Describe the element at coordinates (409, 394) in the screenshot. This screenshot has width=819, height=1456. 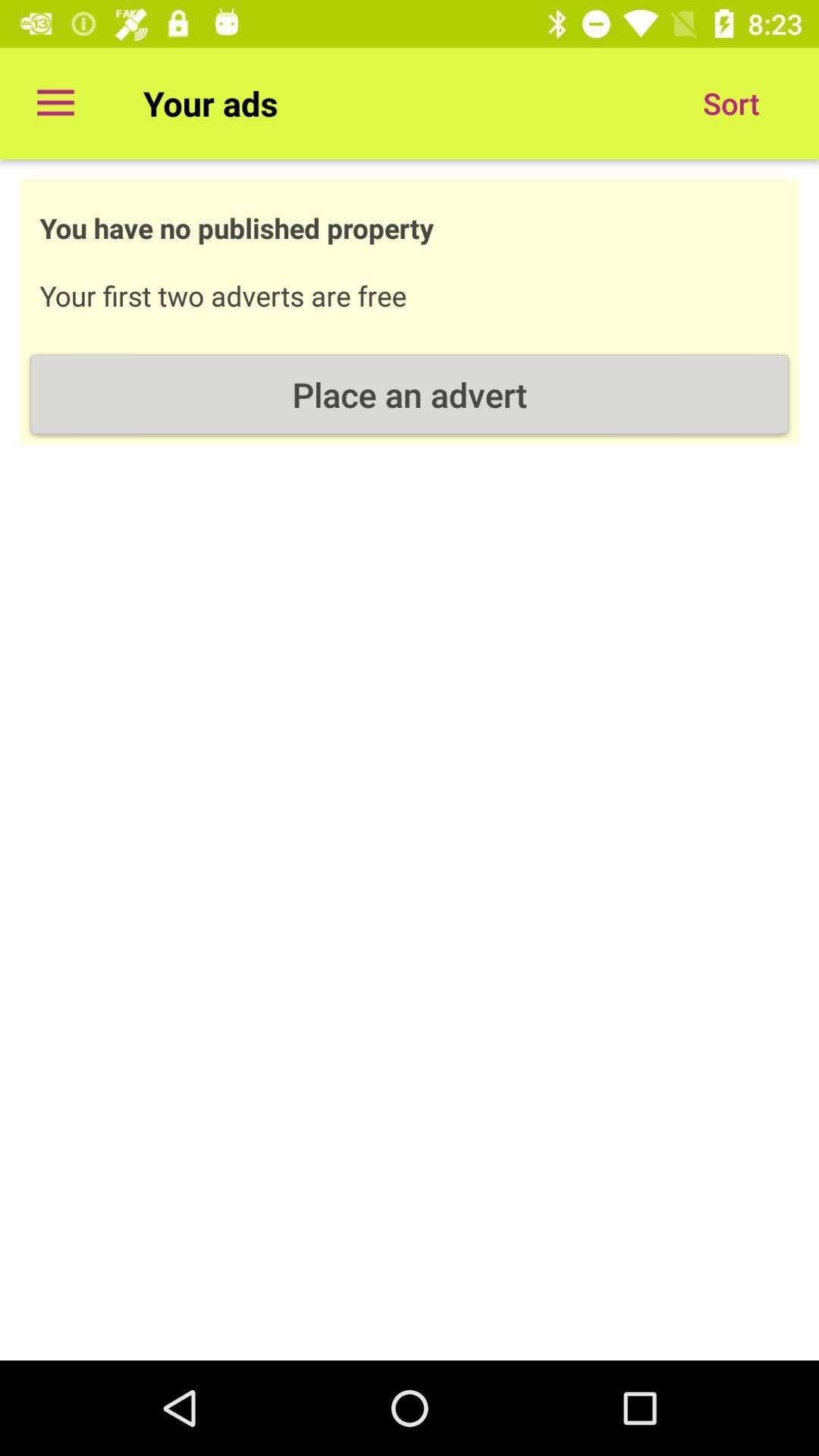
I see `the item below your first two` at that location.